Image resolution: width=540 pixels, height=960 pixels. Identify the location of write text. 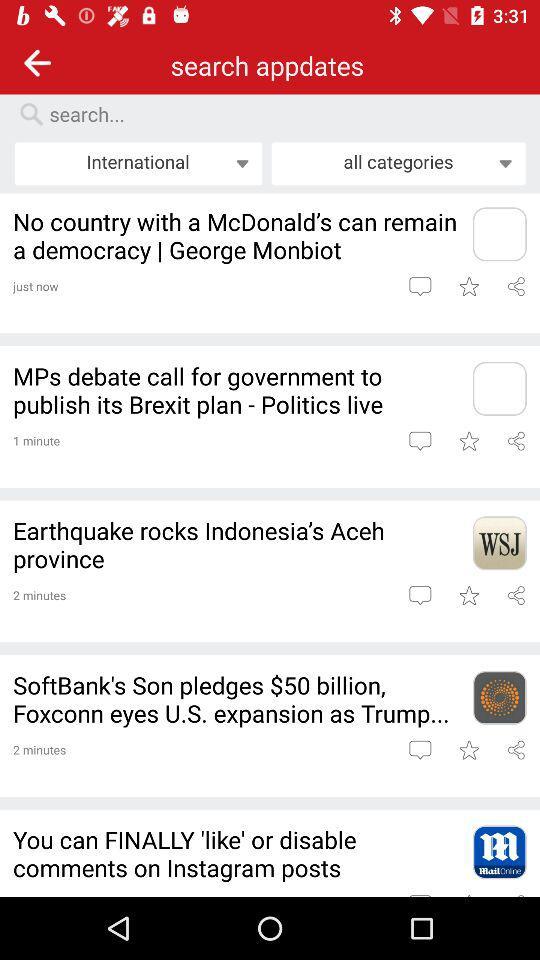
(419, 441).